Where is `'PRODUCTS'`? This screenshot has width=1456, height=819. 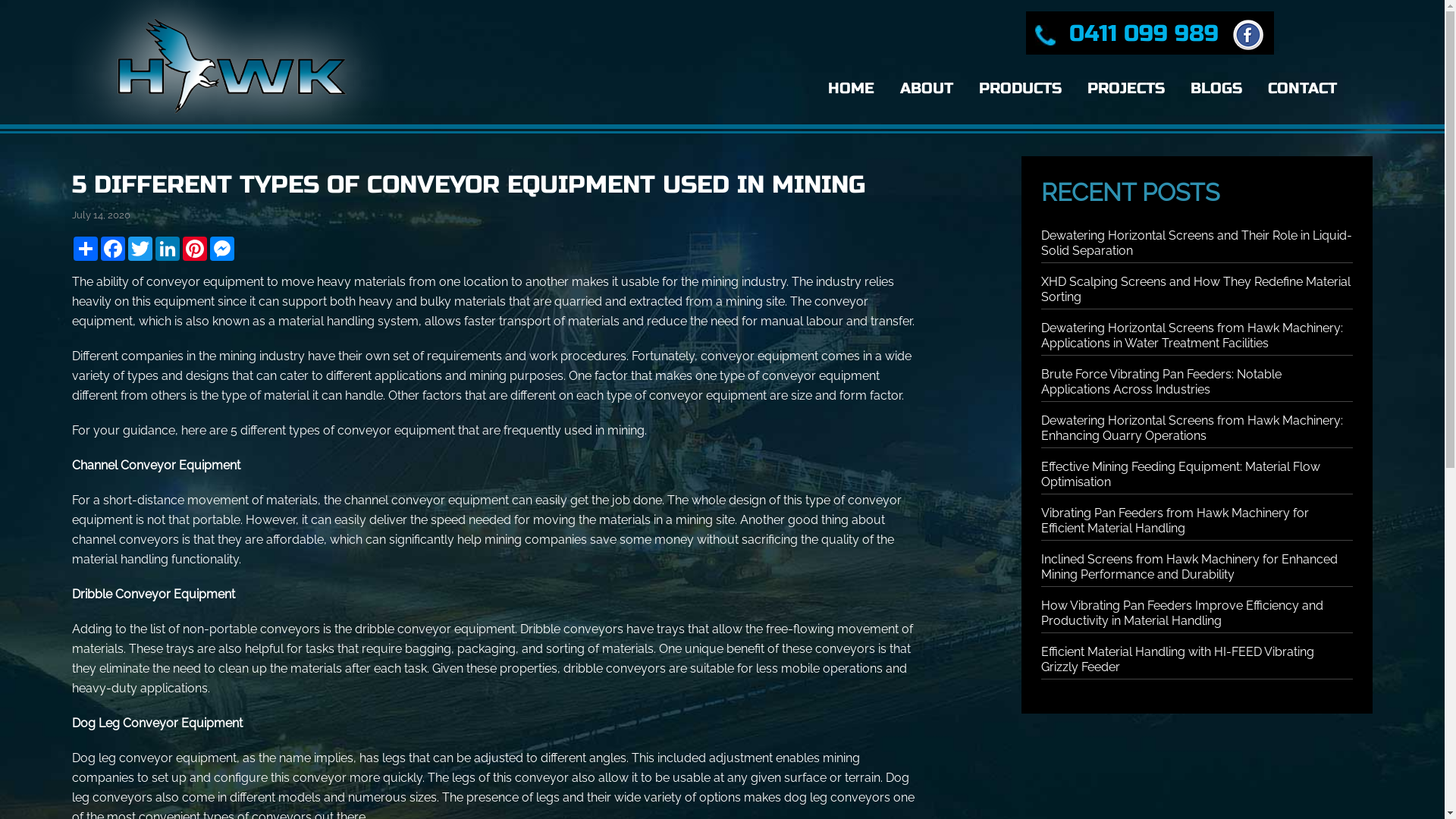 'PRODUCTS' is located at coordinates (1020, 88).